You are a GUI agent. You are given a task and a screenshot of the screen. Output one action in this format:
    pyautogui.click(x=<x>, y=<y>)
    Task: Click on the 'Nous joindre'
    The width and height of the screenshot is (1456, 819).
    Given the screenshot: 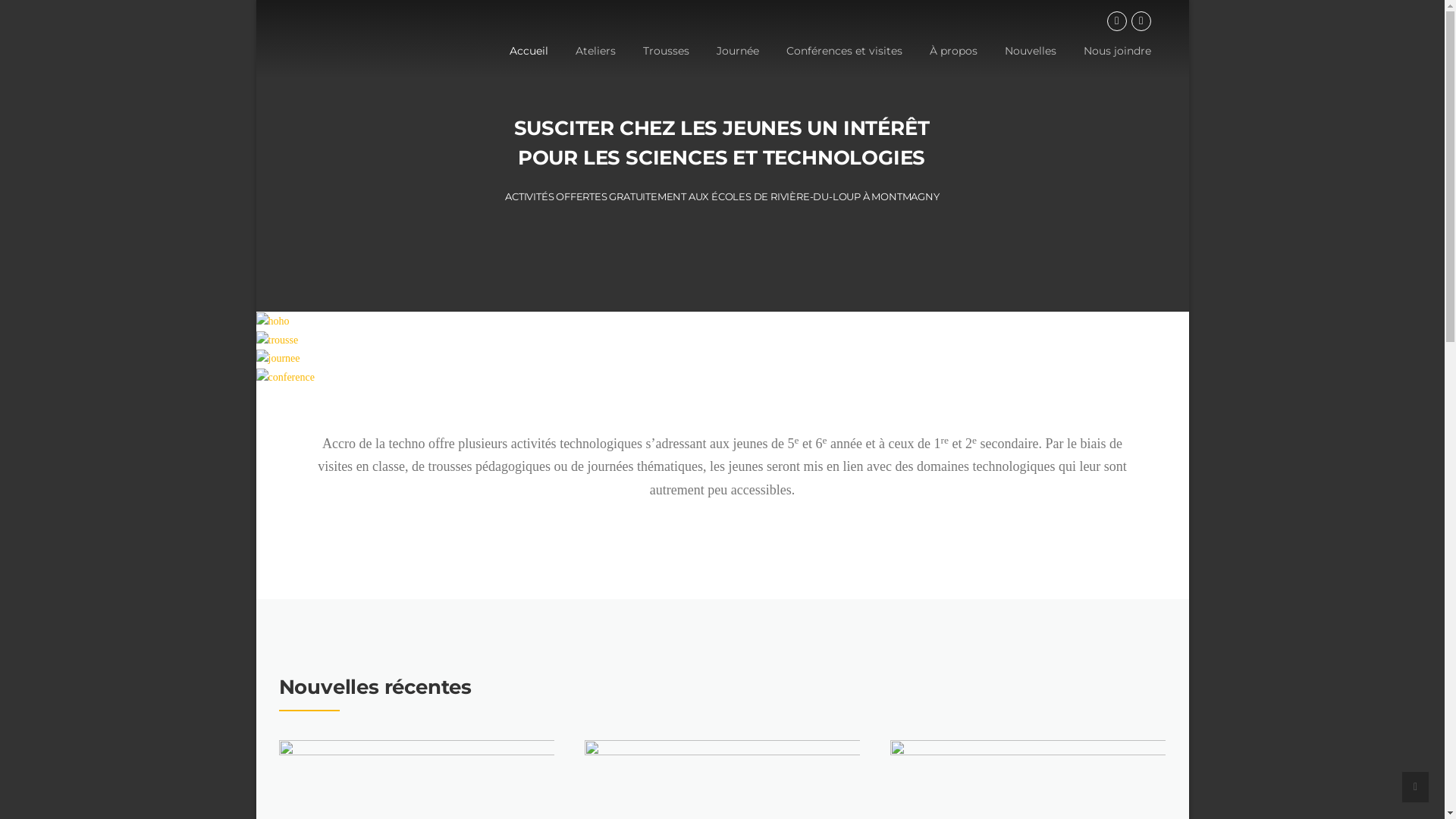 What is the action you would take?
    pyautogui.click(x=1068, y=62)
    